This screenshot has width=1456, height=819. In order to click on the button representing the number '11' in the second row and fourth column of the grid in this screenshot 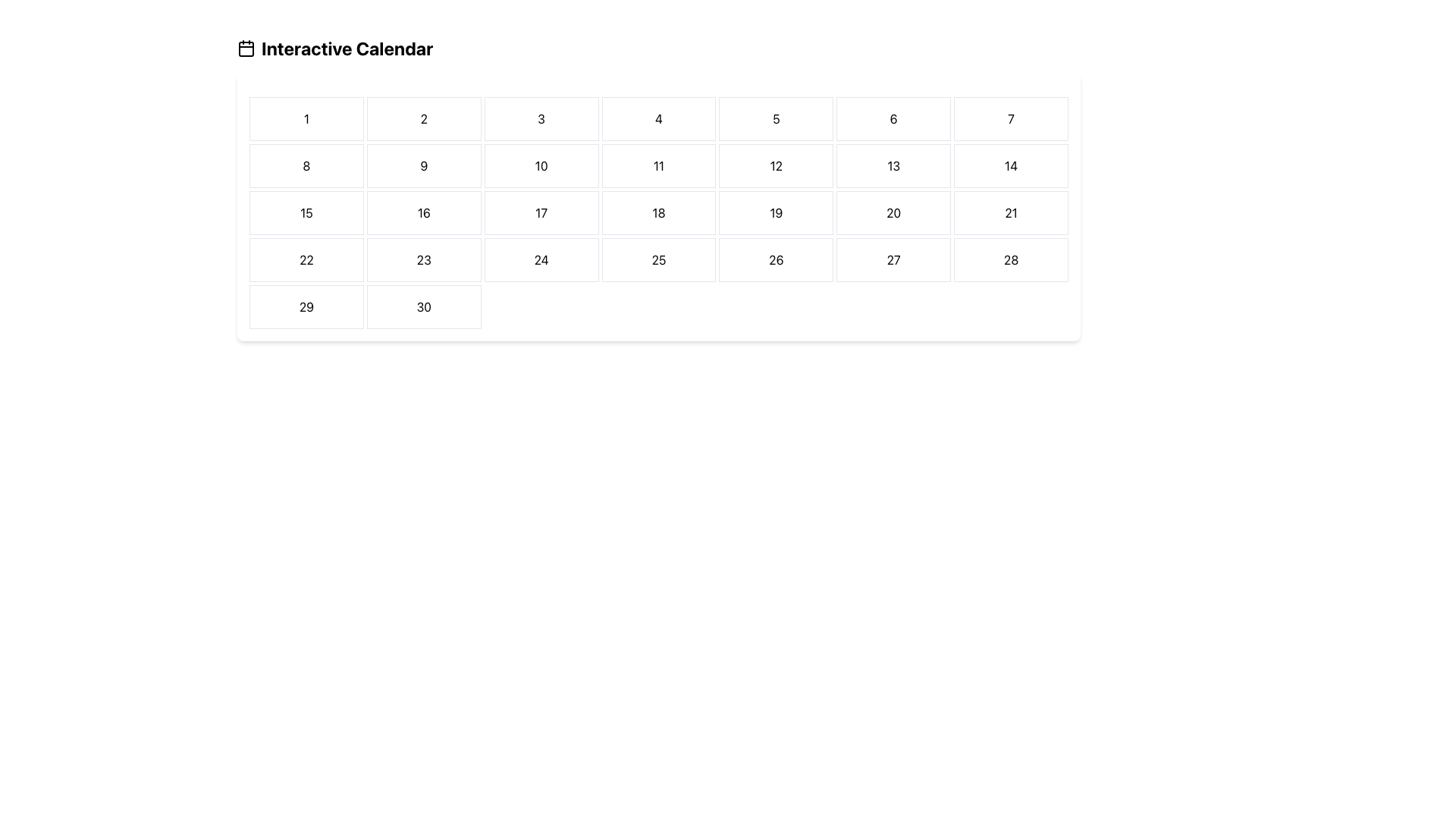, I will do `click(658, 166)`.